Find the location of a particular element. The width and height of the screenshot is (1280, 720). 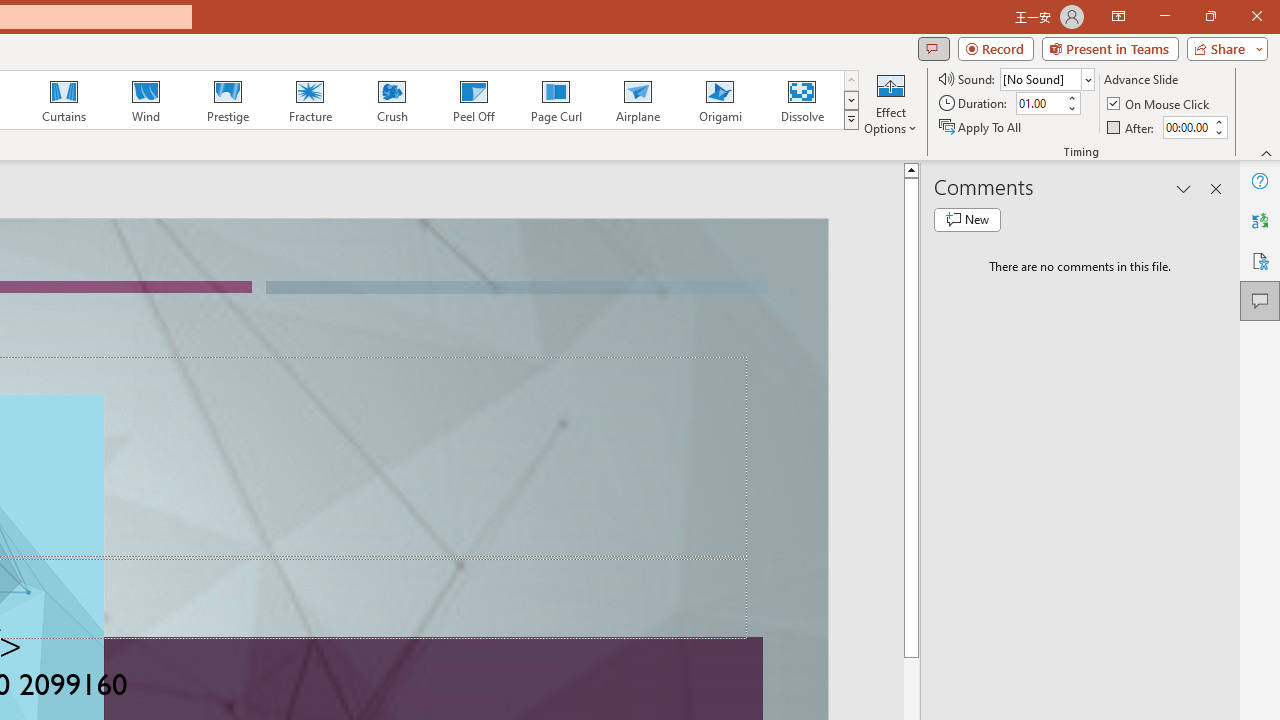

'Line up' is located at coordinates (910, 168).